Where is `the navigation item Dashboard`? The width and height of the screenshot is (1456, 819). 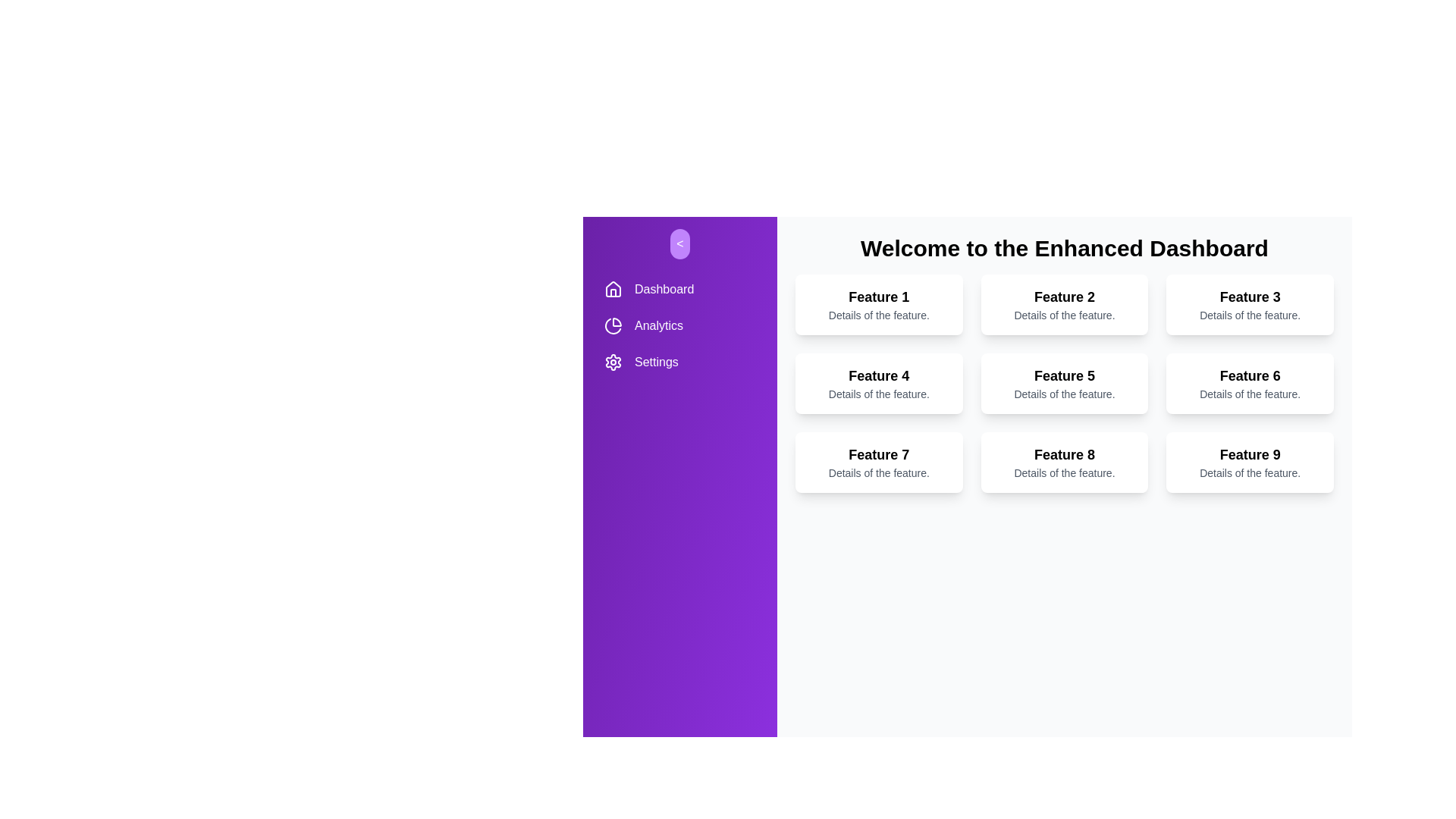 the navigation item Dashboard is located at coordinates (679, 289).